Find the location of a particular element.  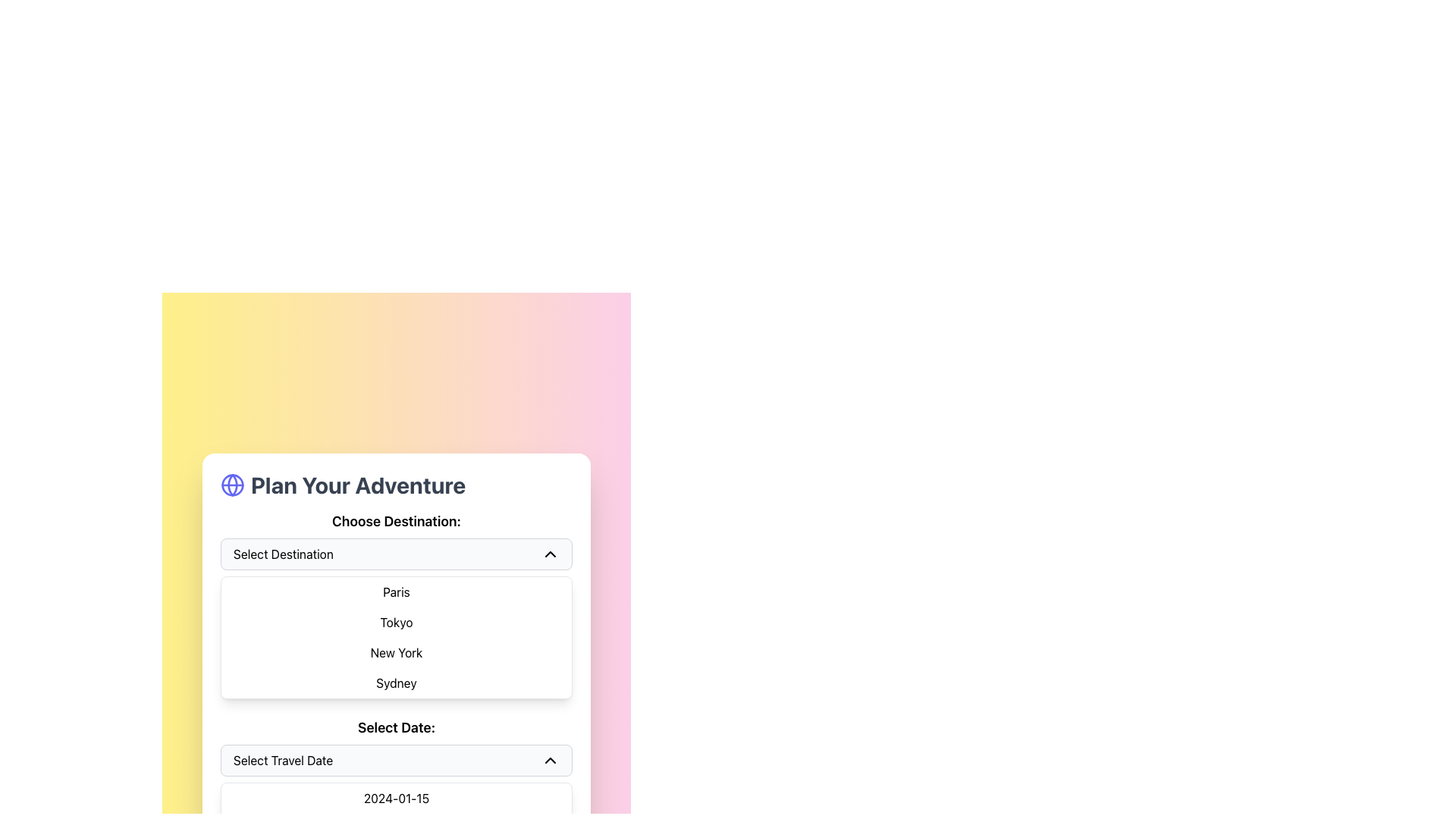

the text label displaying 'Paris' in the dropdown under 'Choose Destination' is located at coordinates (397, 591).